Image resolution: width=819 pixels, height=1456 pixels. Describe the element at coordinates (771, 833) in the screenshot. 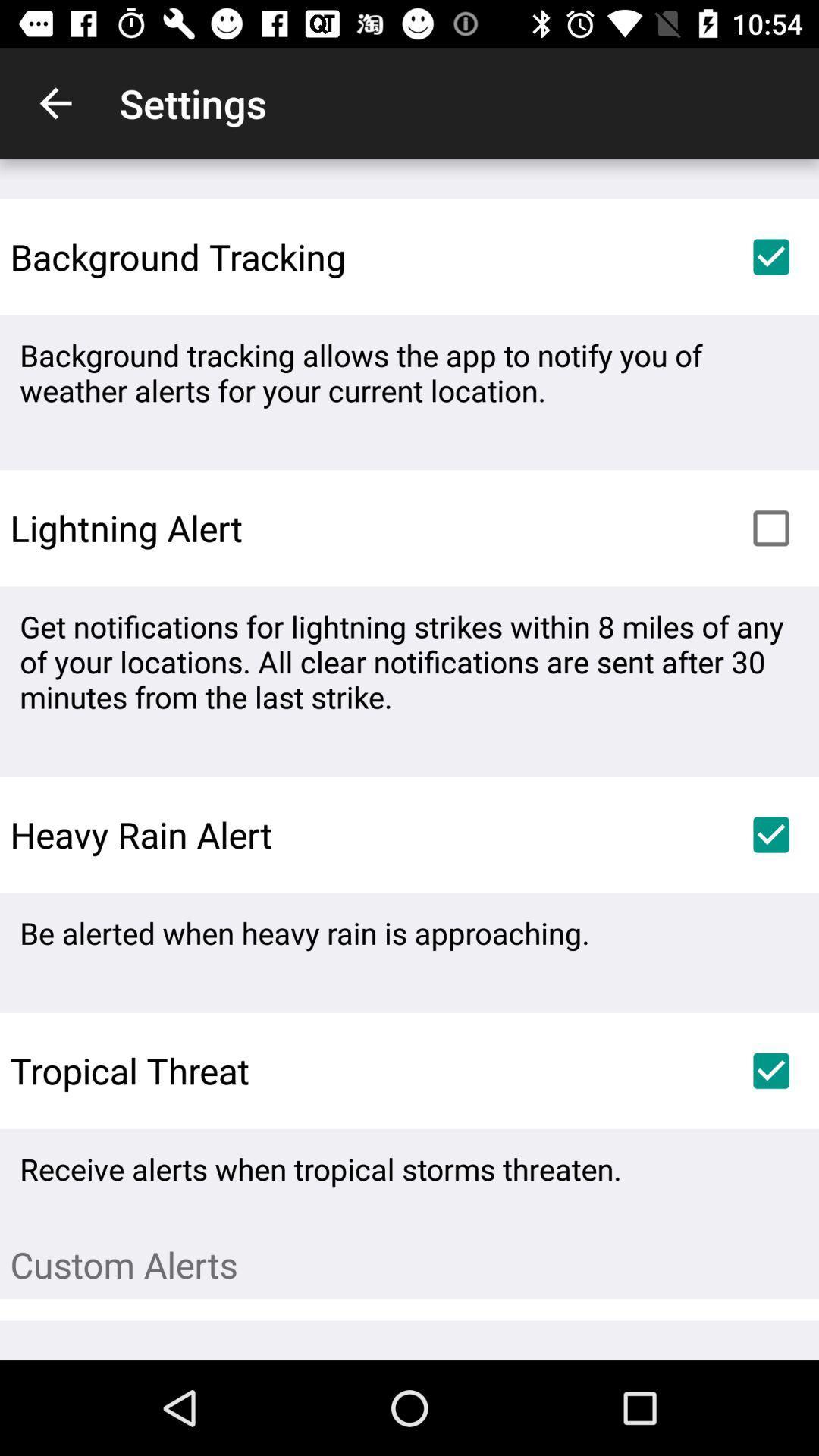

I see `selection` at that location.